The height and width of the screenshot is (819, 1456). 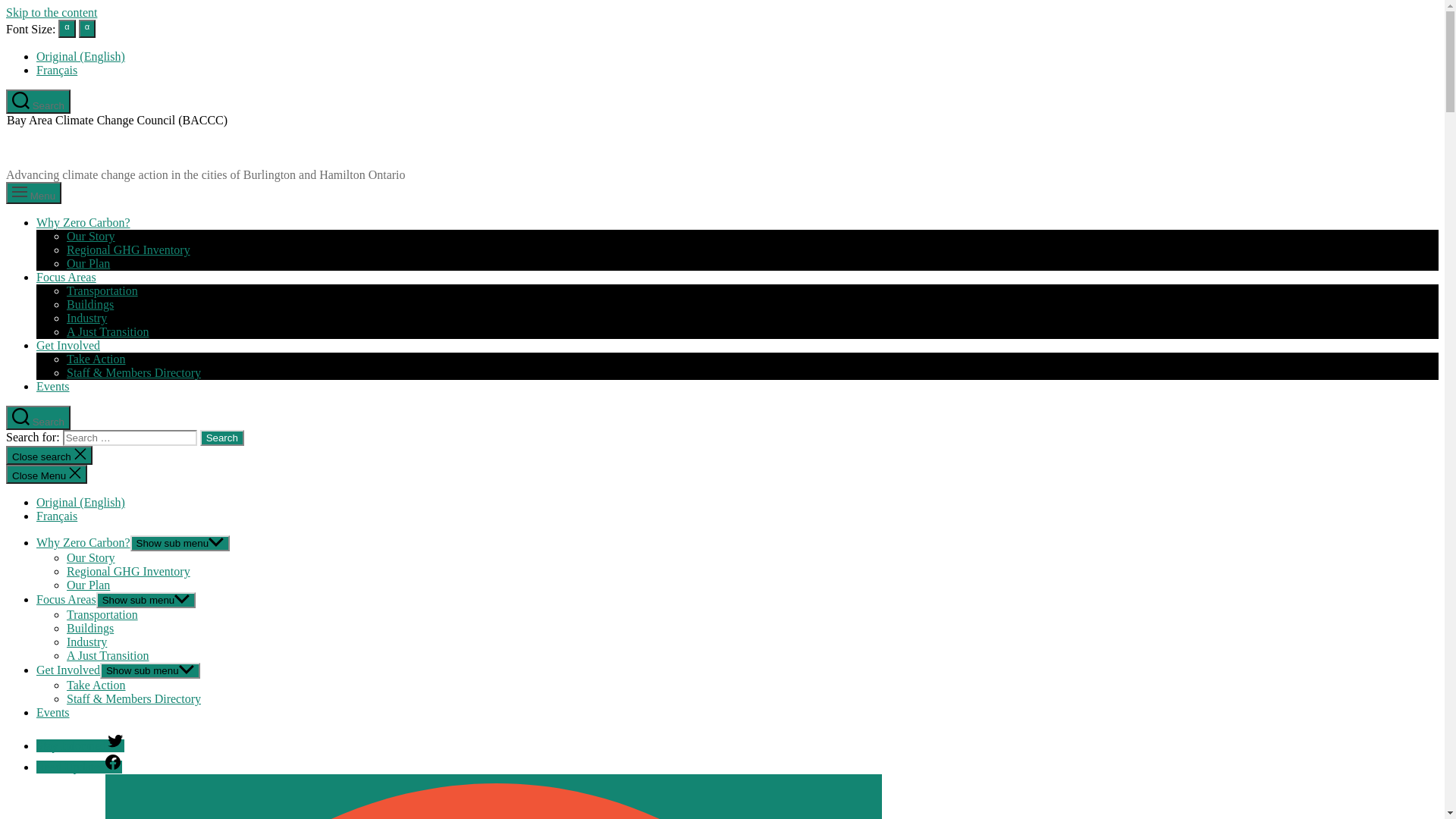 I want to click on 'Read Updates', so click(x=78, y=767).